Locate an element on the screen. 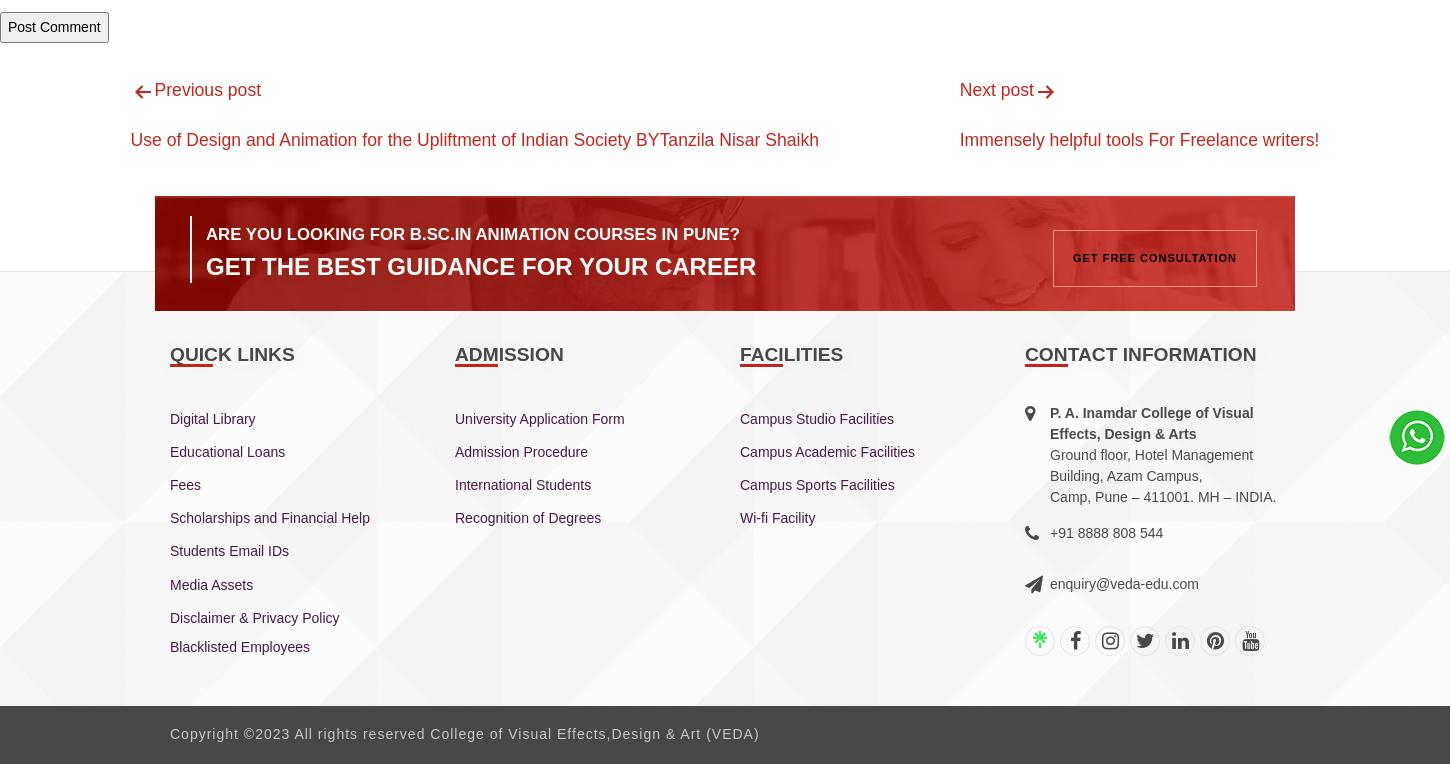  'Educational Loans' is located at coordinates (226, 450).